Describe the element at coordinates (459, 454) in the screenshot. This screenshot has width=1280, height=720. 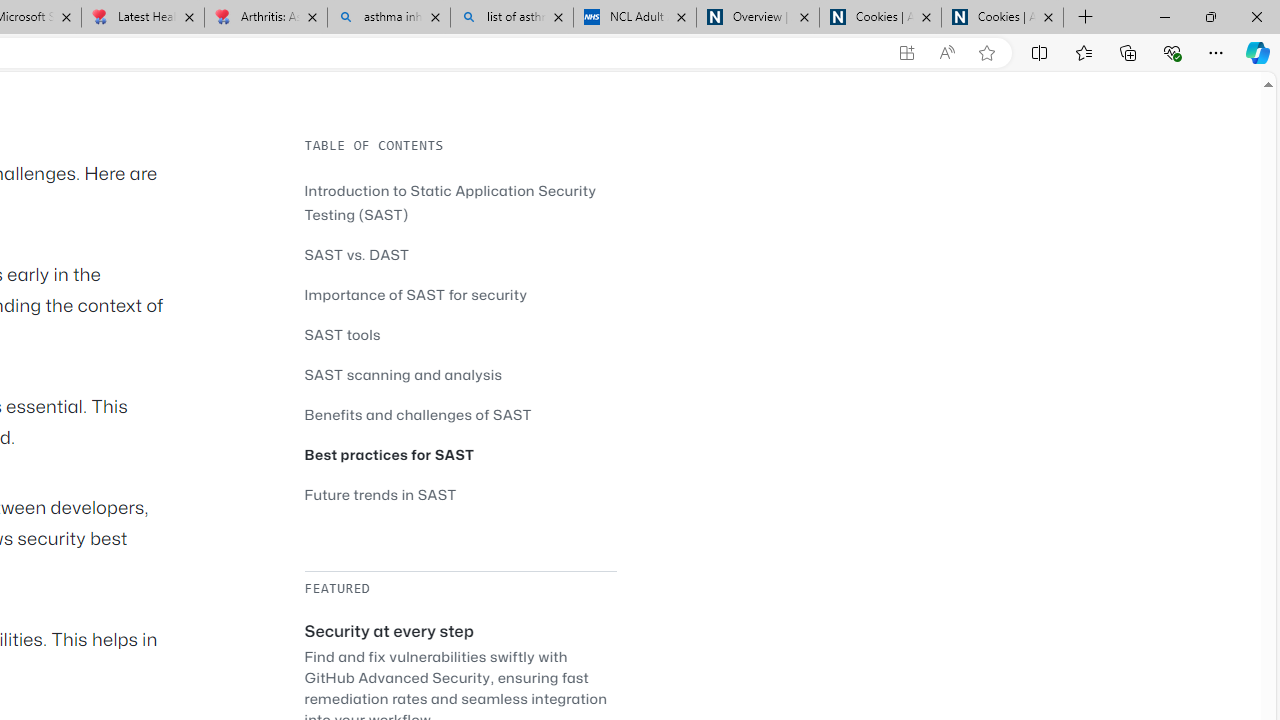
I see `'Best practices for SAST'` at that location.